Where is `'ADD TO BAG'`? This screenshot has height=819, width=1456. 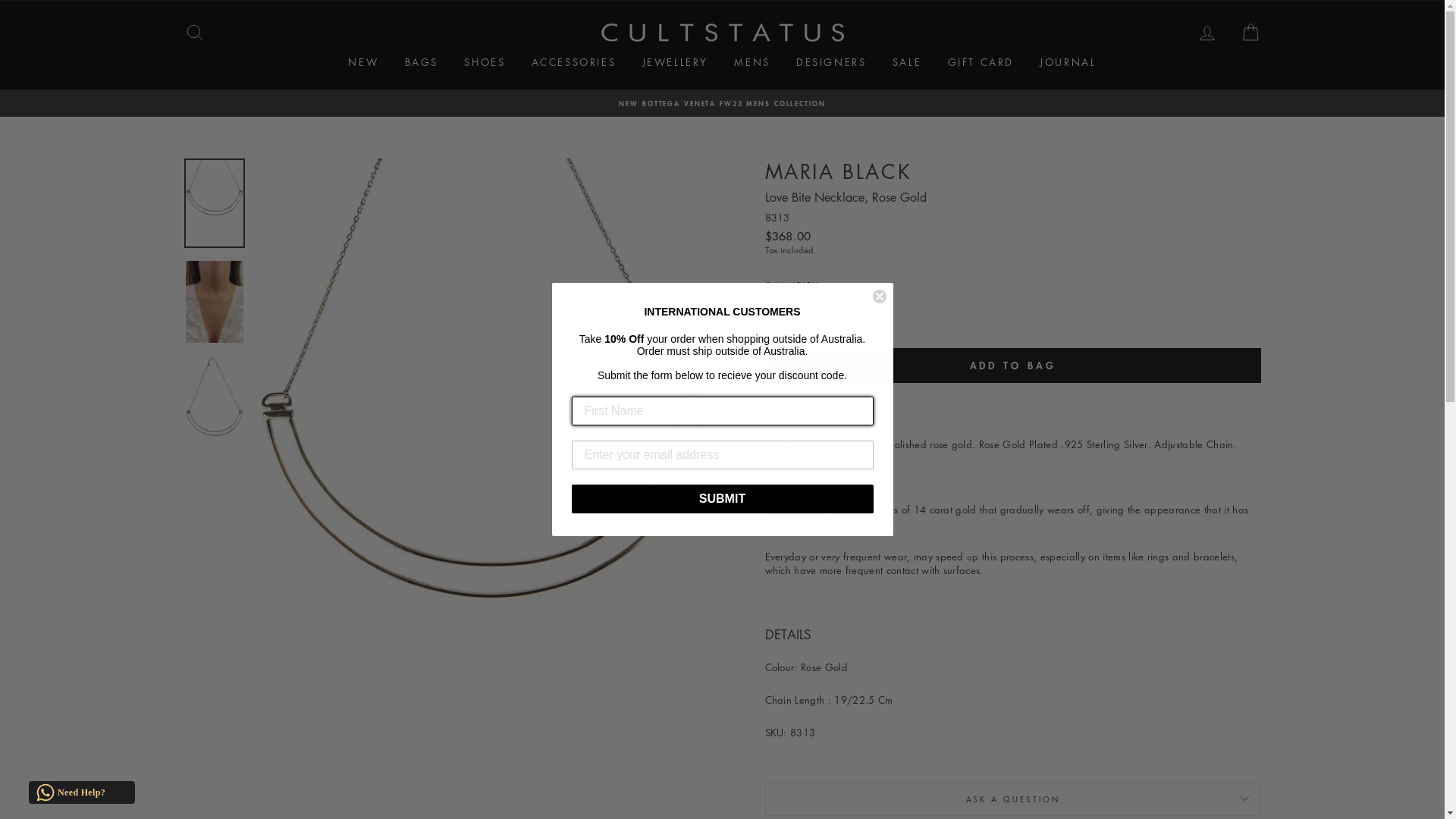
'ADD TO BAG' is located at coordinates (1012, 366).